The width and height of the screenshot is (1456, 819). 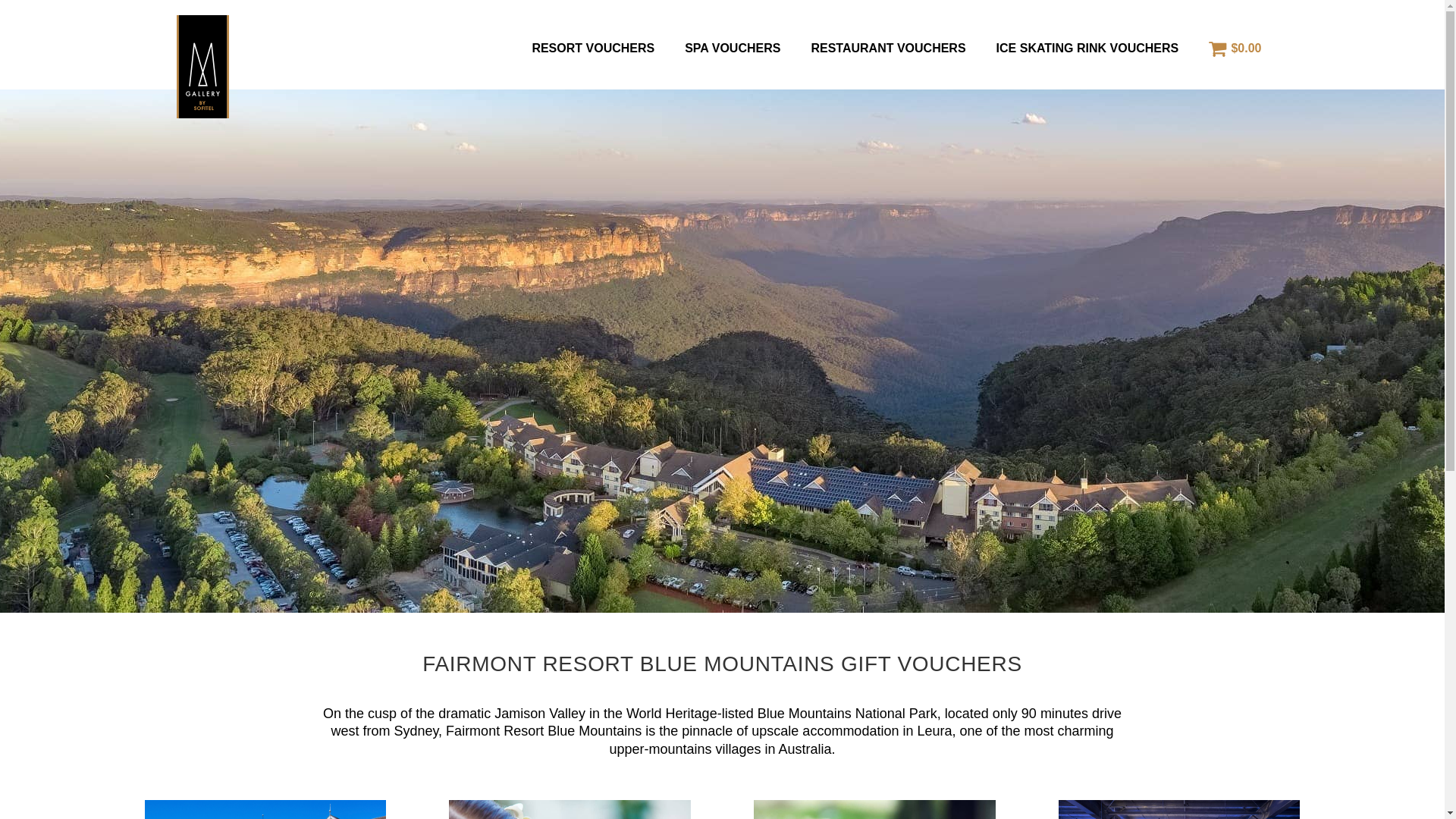 What do you see at coordinates (1235, 48) in the screenshot?
I see `'$0.00'` at bounding box center [1235, 48].